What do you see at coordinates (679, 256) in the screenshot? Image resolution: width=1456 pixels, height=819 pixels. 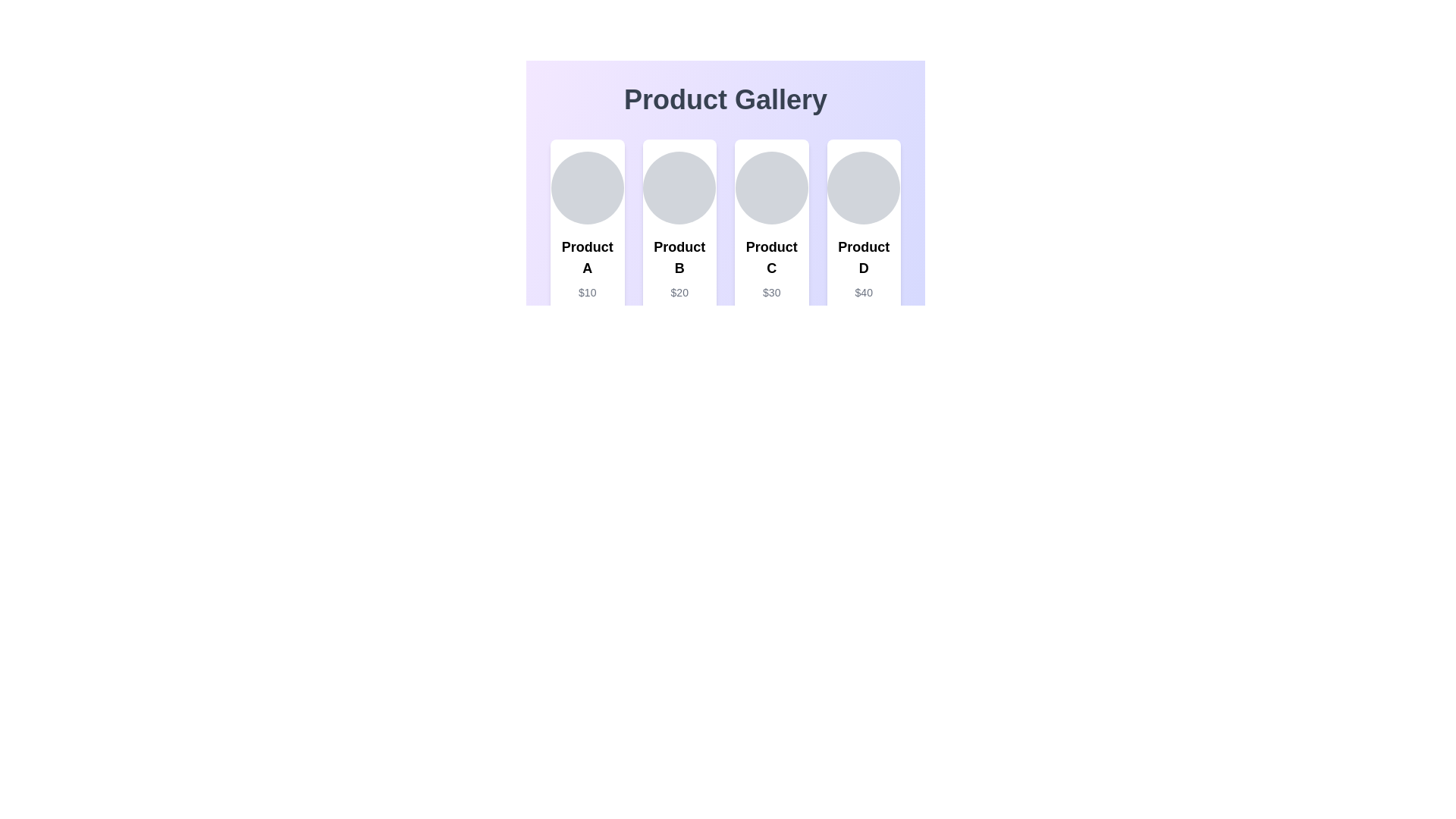 I see `the text label that serves as the title for the product in the second card, which is centrally located beneath the image and above the price` at bounding box center [679, 256].